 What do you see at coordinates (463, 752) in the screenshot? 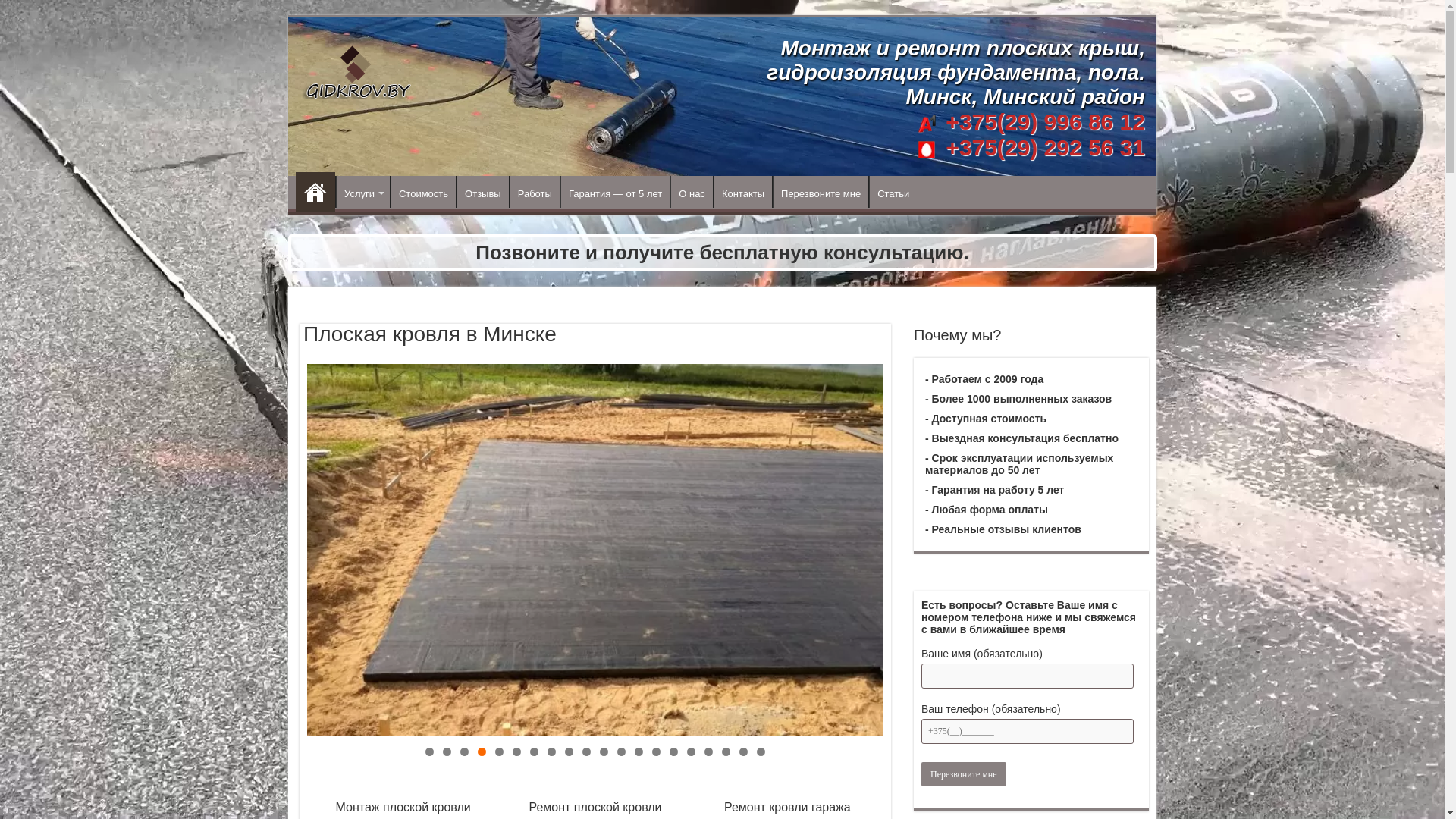
I see `'3'` at bounding box center [463, 752].